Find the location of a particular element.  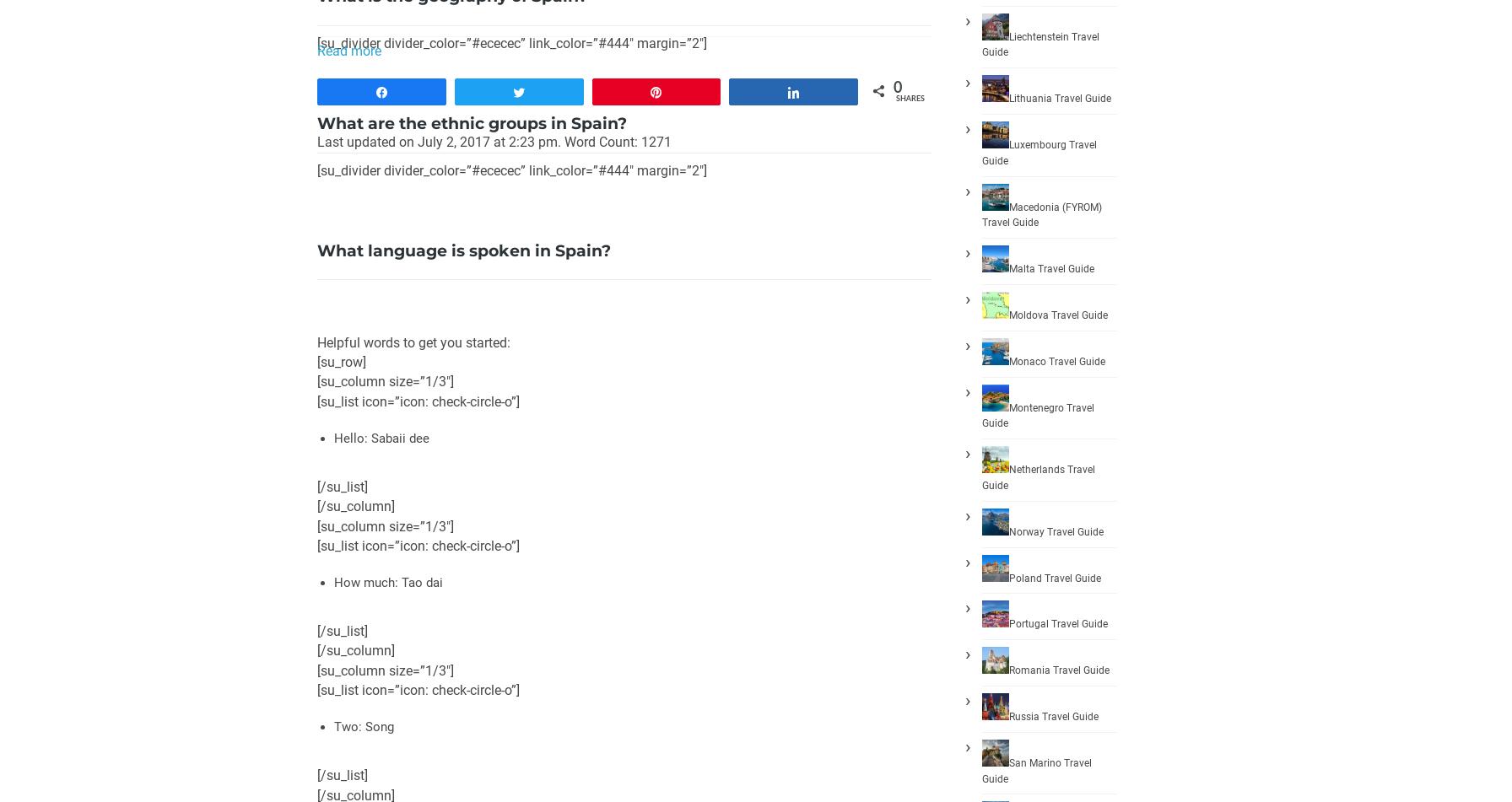

'Netherlands Travel Guide' is located at coordinates (1038, 476).